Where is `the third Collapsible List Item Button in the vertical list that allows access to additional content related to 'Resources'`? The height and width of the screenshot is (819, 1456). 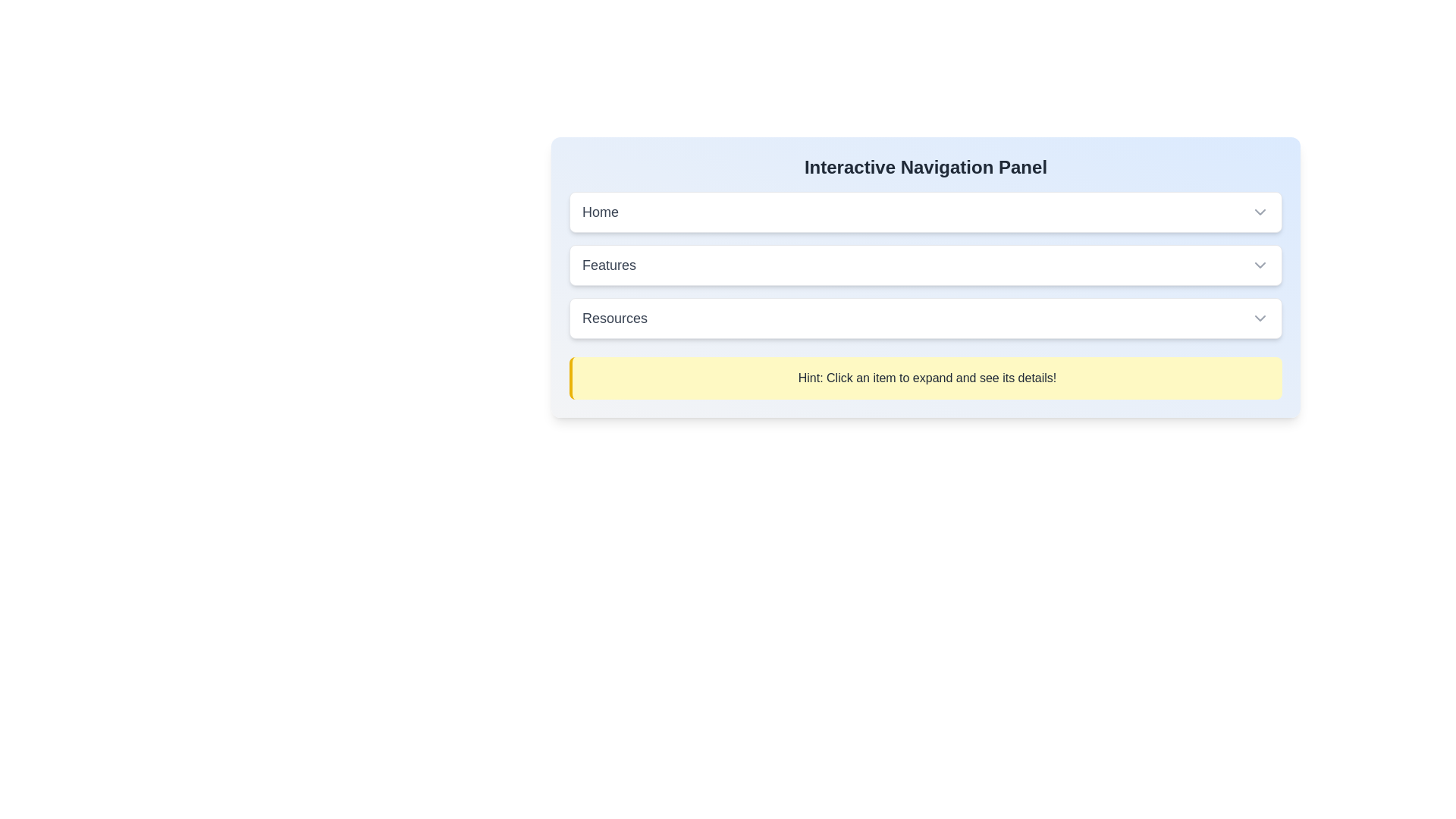 the third Collapsible List Item Button in the vertical list that allows access to additional content related to 'Resources' is located at coordinates (924, 318).